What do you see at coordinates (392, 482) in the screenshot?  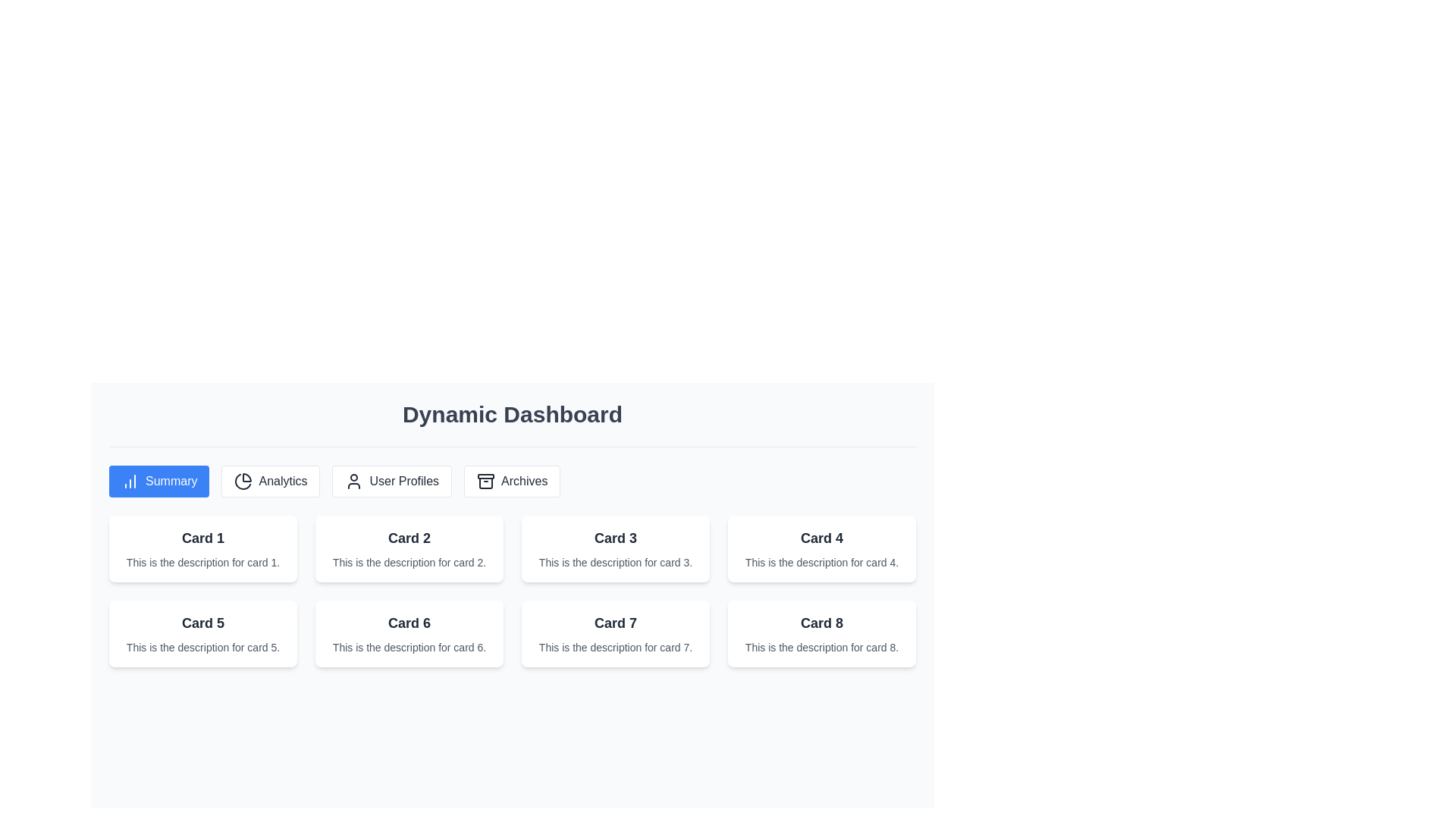 I see `the 'User Profiles' button with rounded corners and a white background` at bounding box center [392, 482].